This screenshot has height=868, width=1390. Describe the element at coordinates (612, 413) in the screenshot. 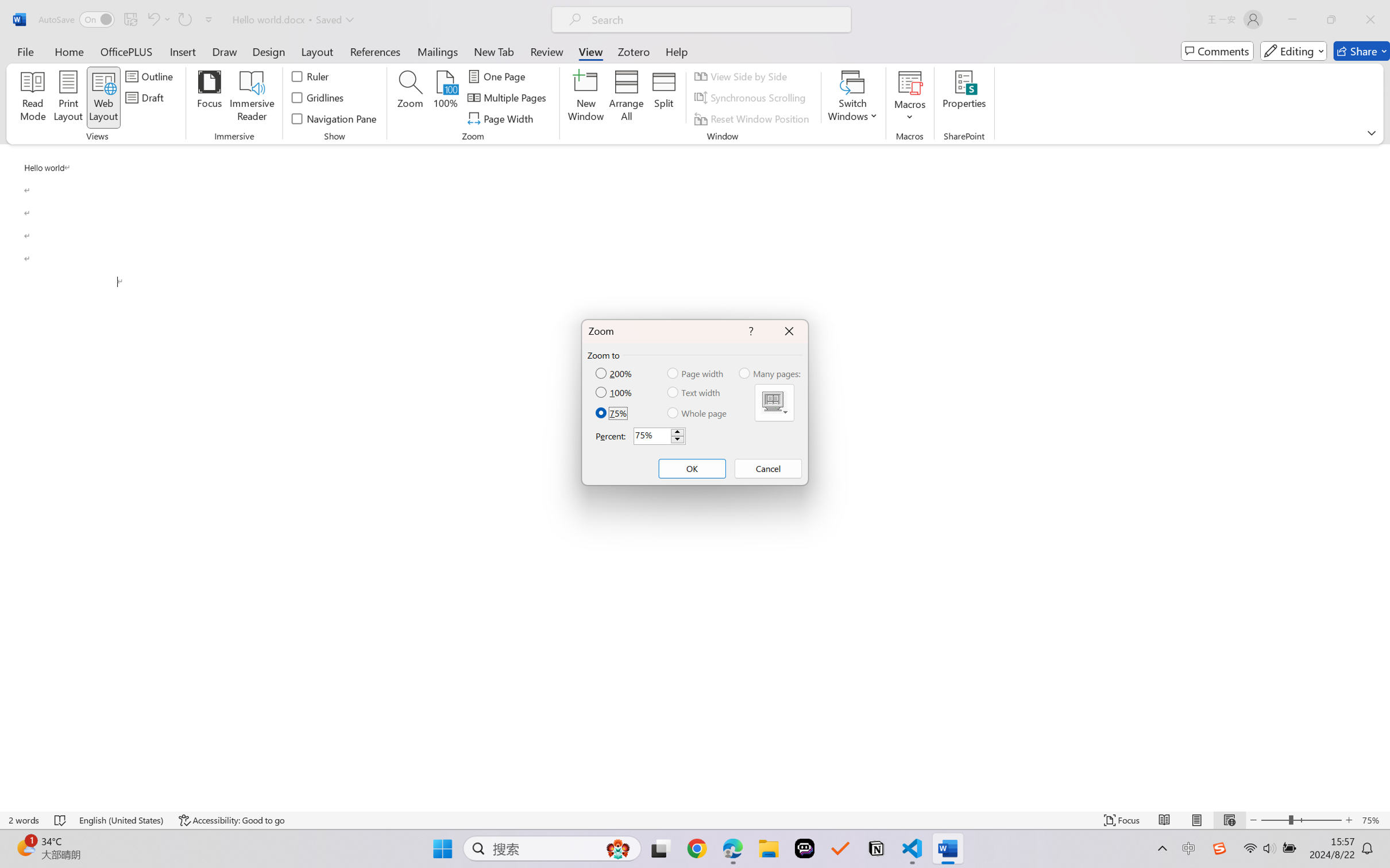

I see `'75%'` at that location.